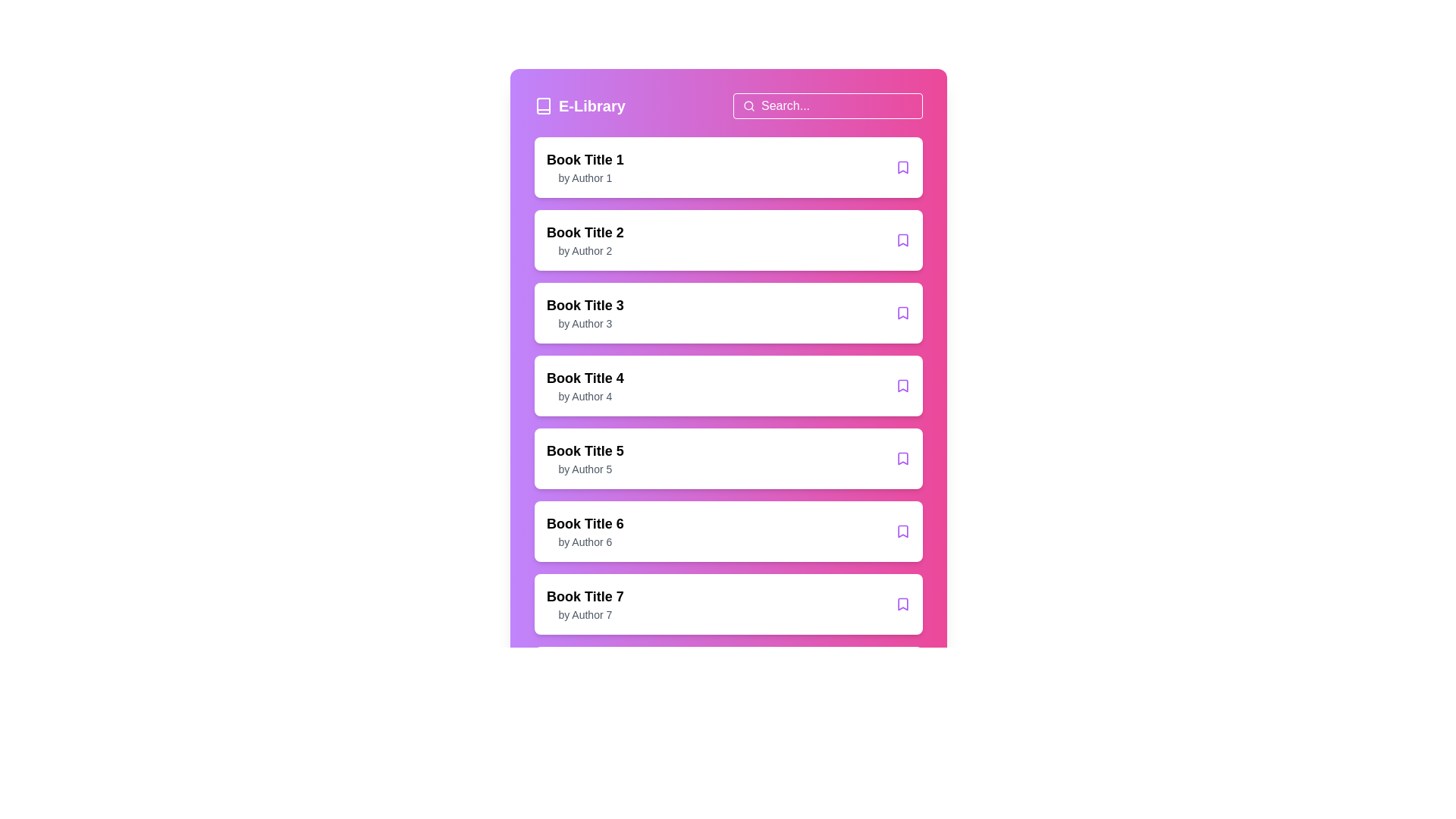 This screenshot has height=819, width=1456. What do you see at coordinates (584, 385) in the screenshot?
I see `the text display element representing the title and author information of the book in the e-library application` at bounding box center [584, 385].